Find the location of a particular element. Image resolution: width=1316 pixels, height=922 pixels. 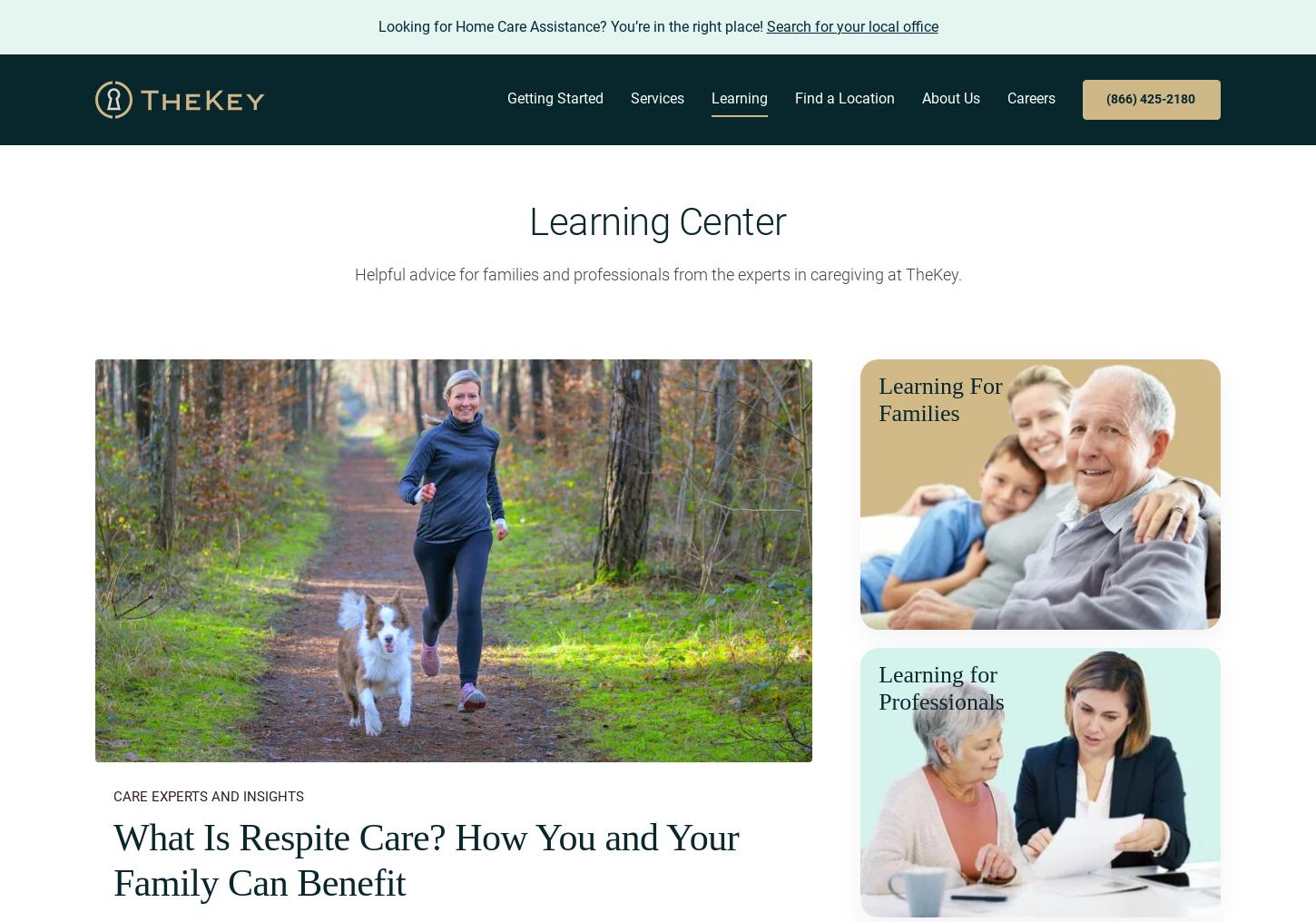

'Referral Partners' is located at coordinates (902, 342).